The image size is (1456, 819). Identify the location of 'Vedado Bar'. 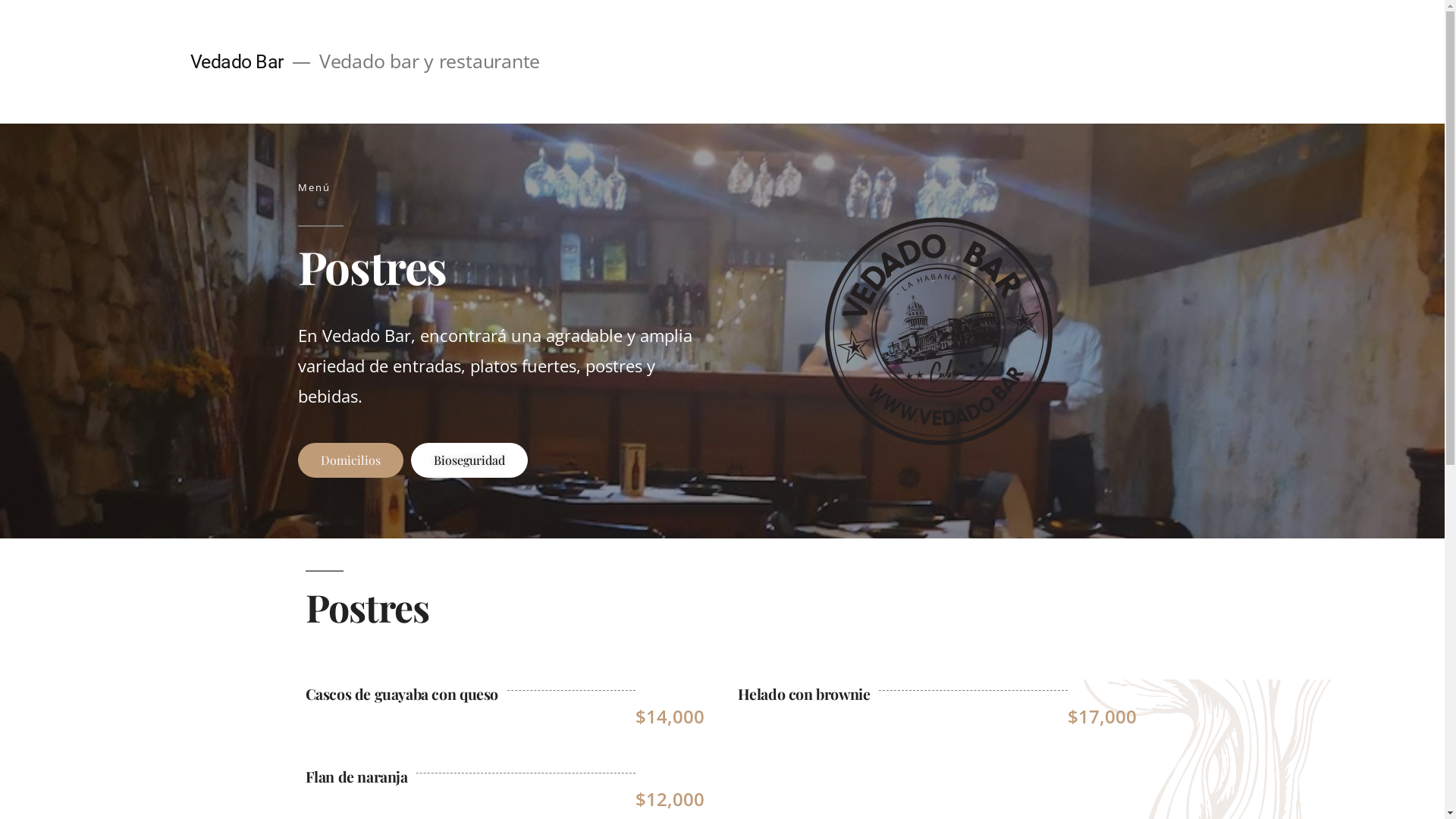
(235, 61).